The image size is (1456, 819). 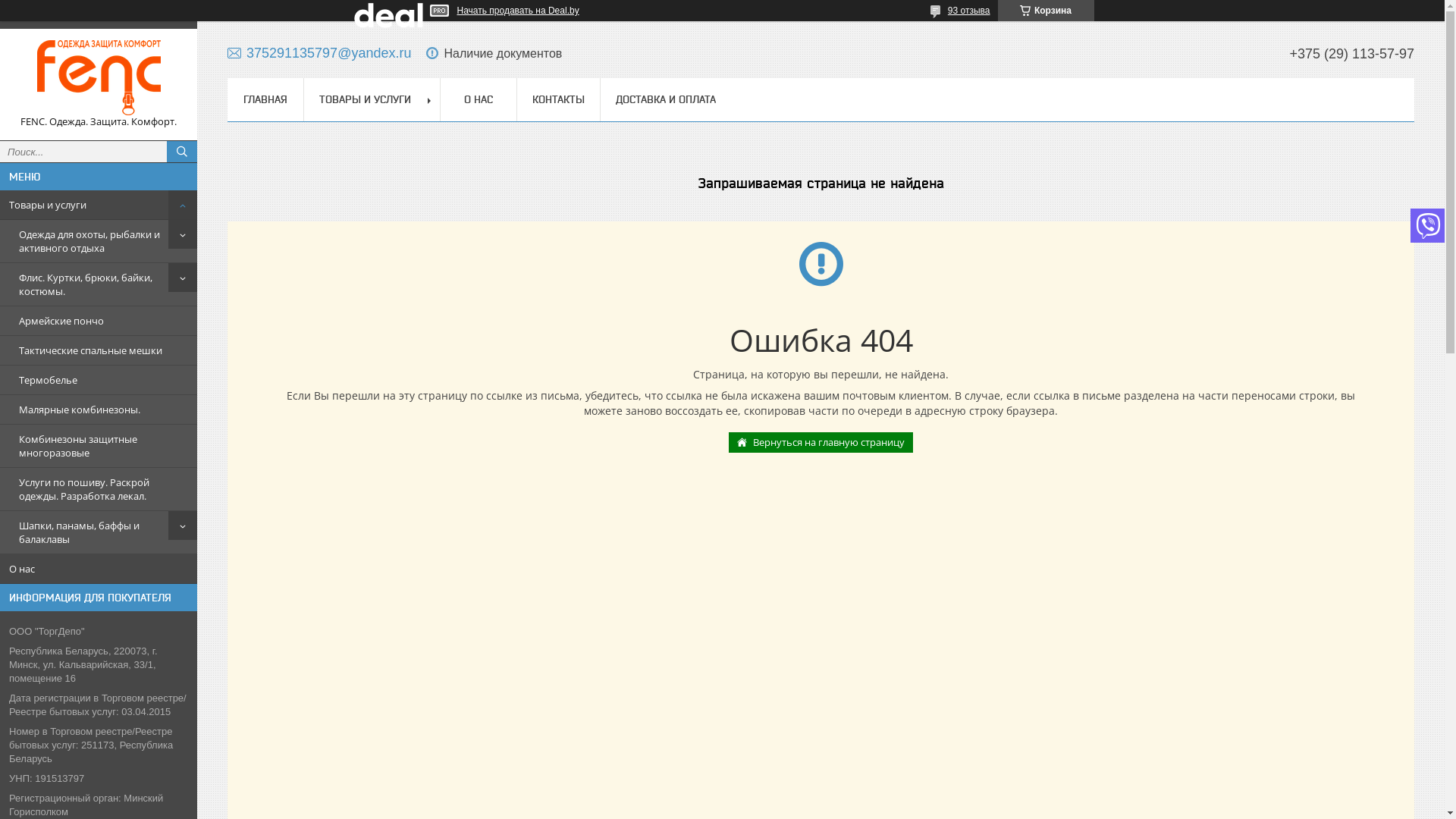 What do you see at coordinates (226, 52) in the screenshot?
I see `'375291135797@yandex.ru'` at bounding box center [226, 52].